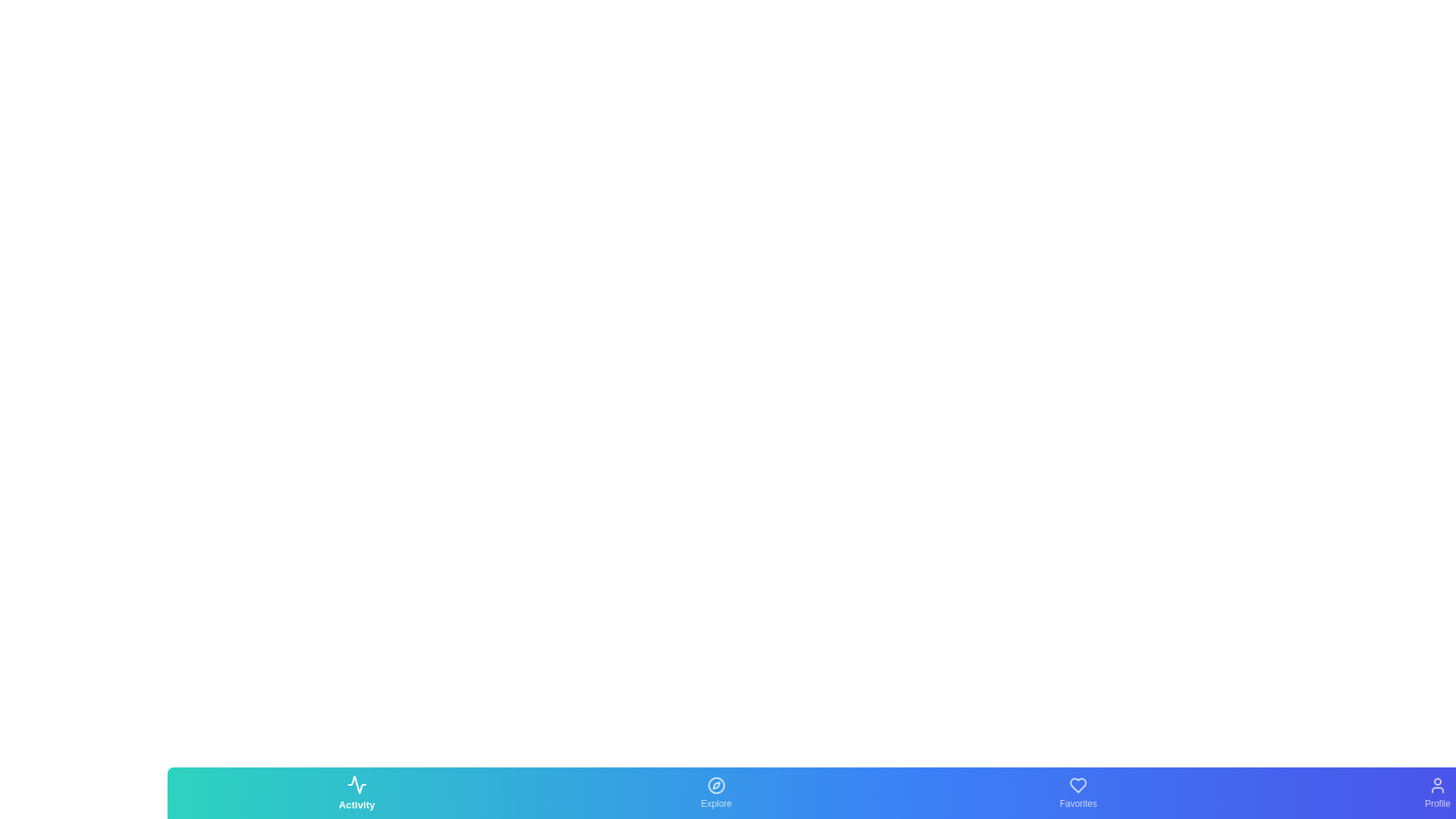  What do you see at coordinates (715, 792) in the screenshot?
I see `the Explore tab icon` at bounding box center [715, 792].